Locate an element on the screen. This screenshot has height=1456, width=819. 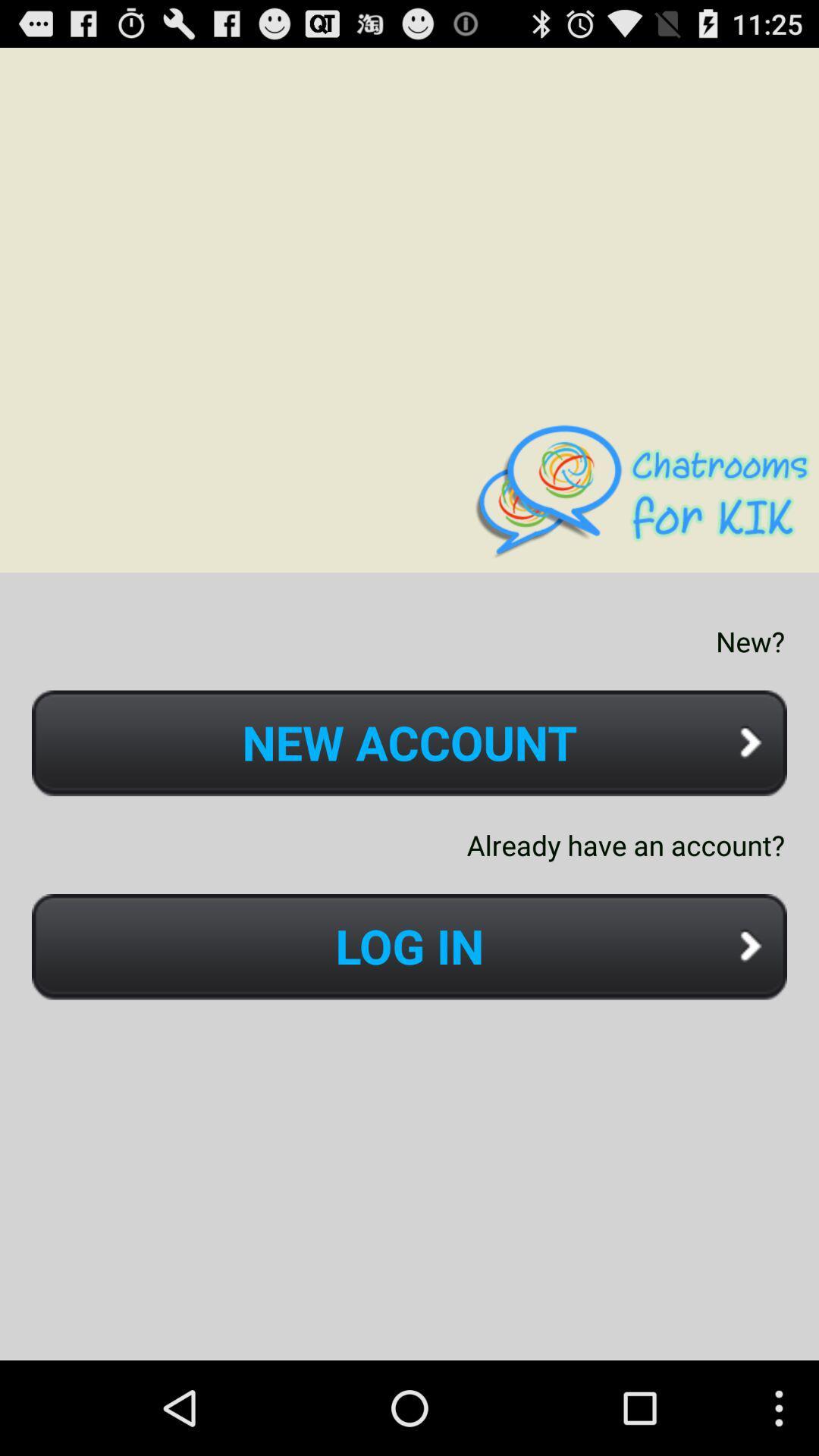
the log in item is located at coordinates (409, 946).